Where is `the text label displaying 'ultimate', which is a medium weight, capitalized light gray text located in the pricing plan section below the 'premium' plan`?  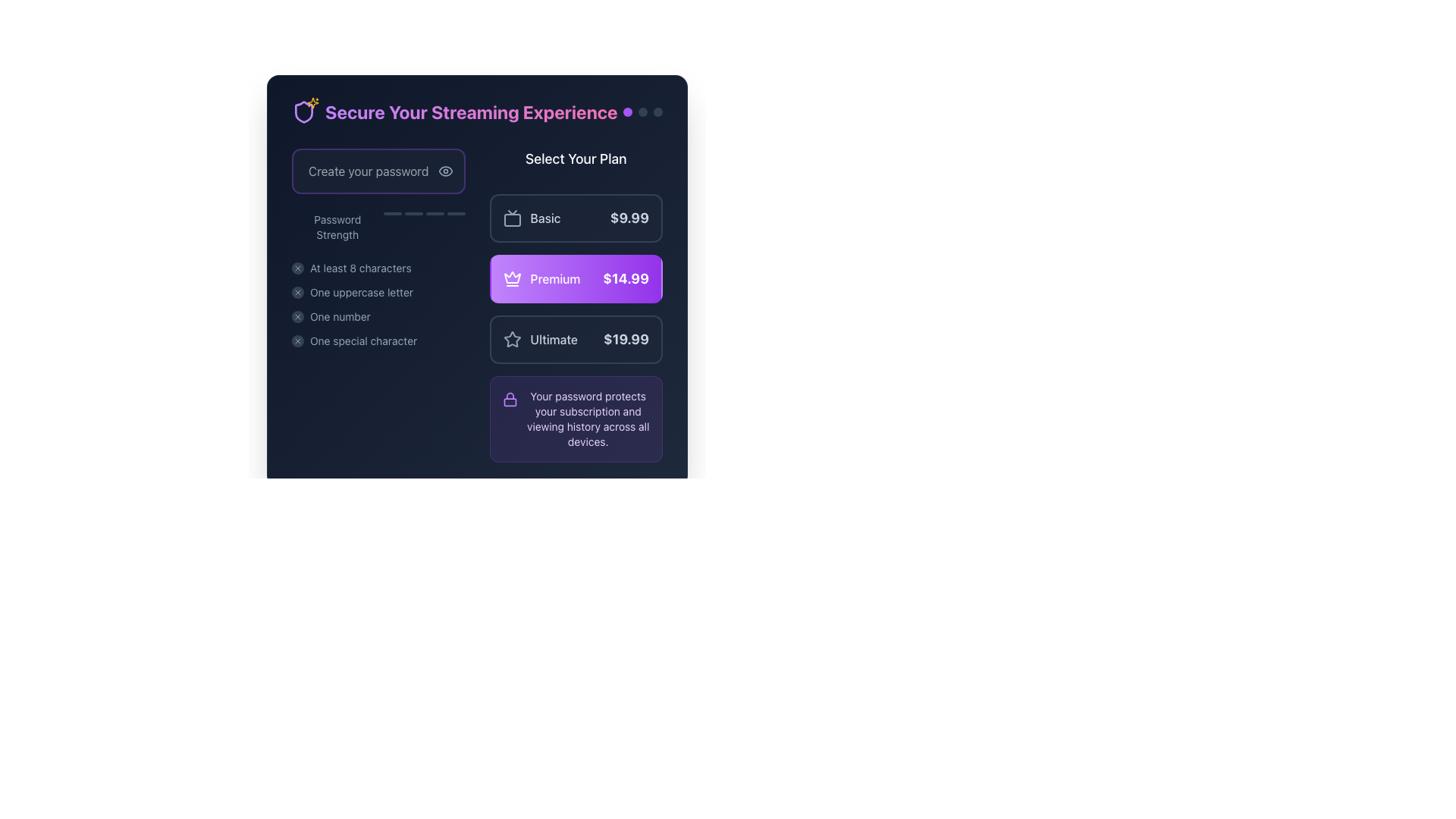 the text label displaying 'ultimate', which is a medium weight, capitalized light gray text located in the pricing plan section below the 'premium' plan is located at coordinates (553, 338).